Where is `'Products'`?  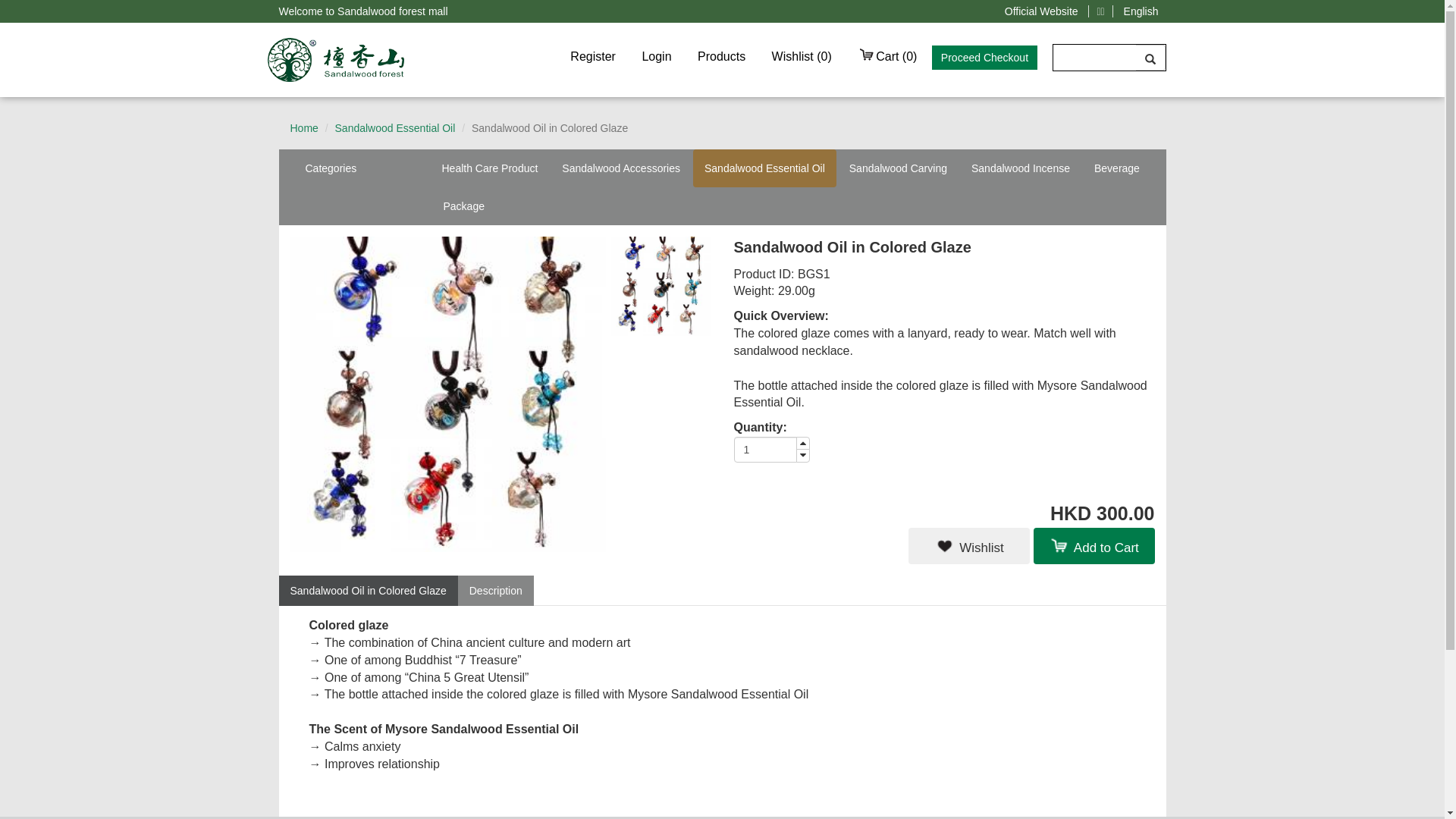 'Products' is located at coordinates (720, 55).